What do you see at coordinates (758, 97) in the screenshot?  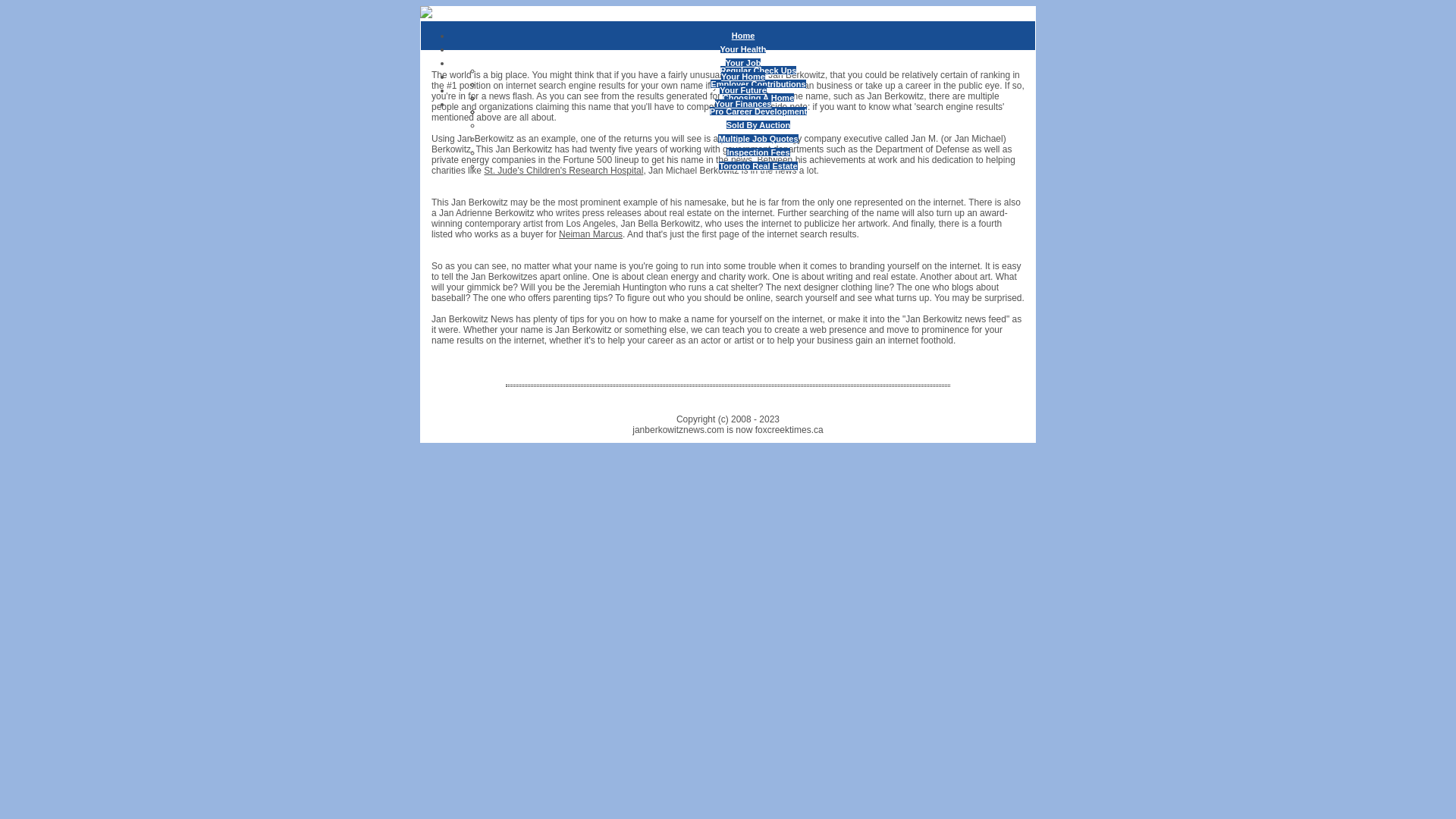 I see `'Choosing A Home'` at bounding box center [758, 97].